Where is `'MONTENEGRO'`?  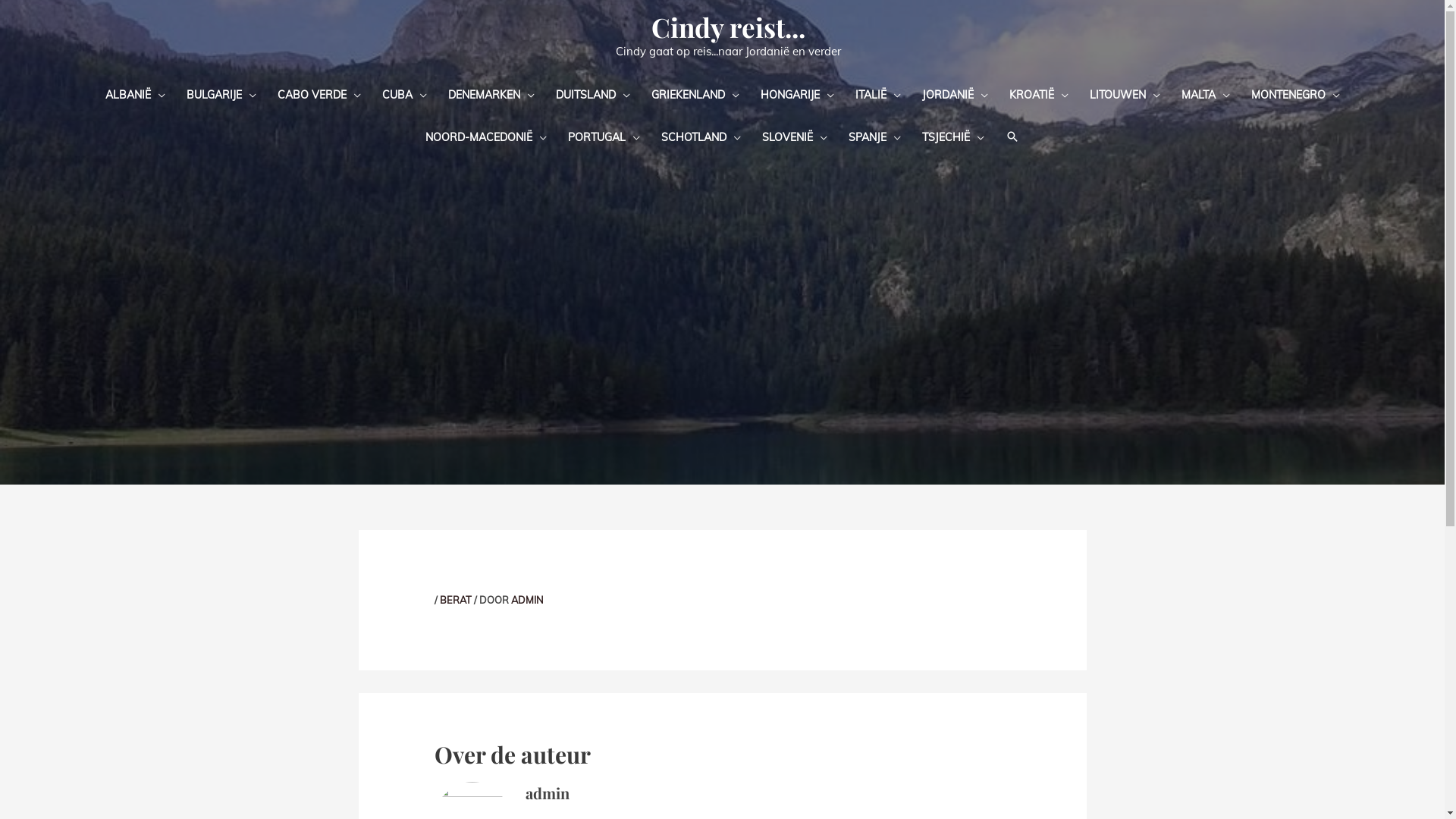 'MONTENEGRO' is located at coordinates (1294, 93).